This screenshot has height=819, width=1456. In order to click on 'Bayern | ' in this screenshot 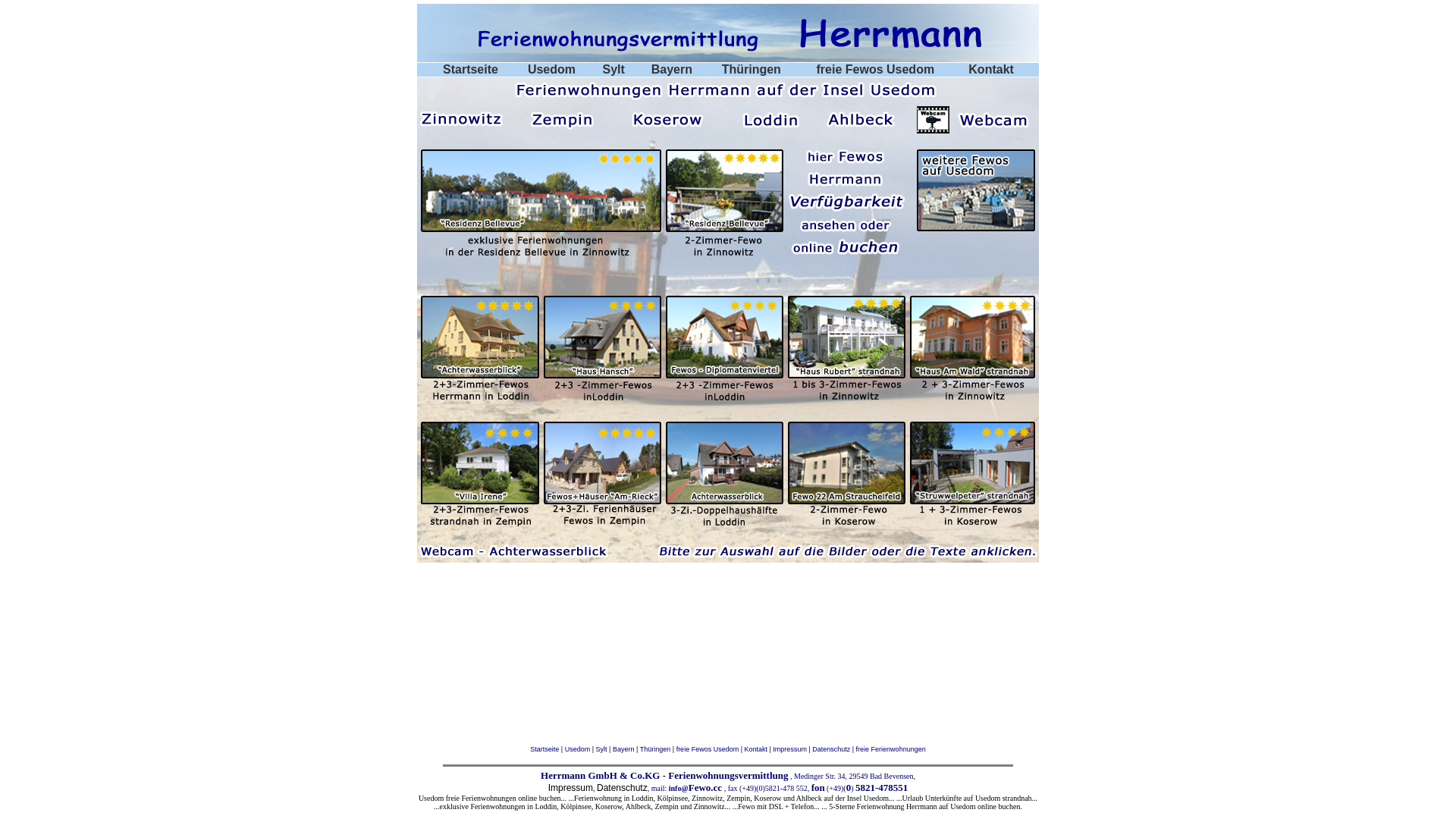, I will do `click(626, 748)`.